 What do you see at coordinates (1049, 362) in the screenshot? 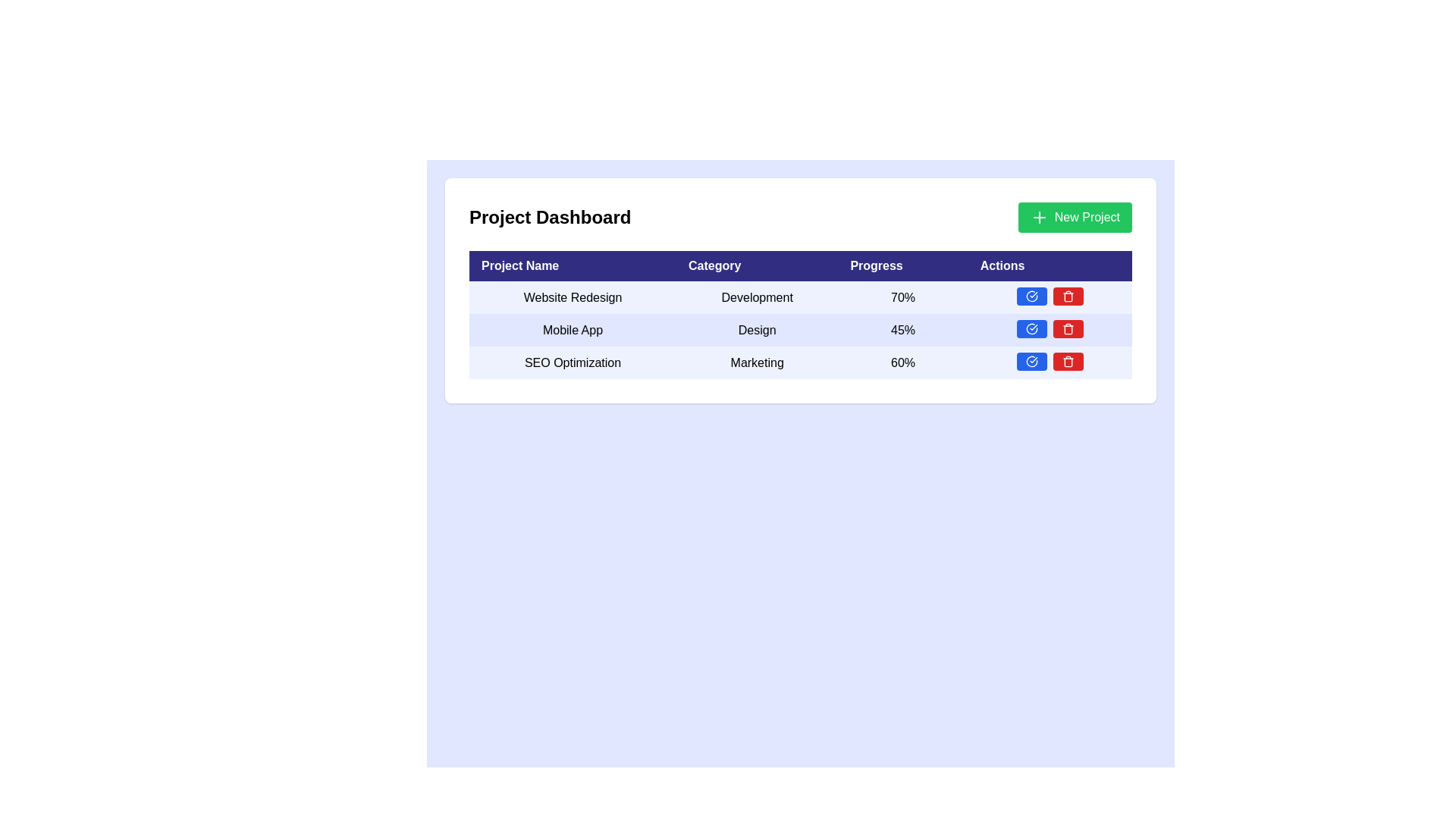
I see `the blue circular button with a checkmark icon located in the rightmost cell of the row labeled 'SEO Optimization' to mark the task as completed` at bounding box center [1049, 362].